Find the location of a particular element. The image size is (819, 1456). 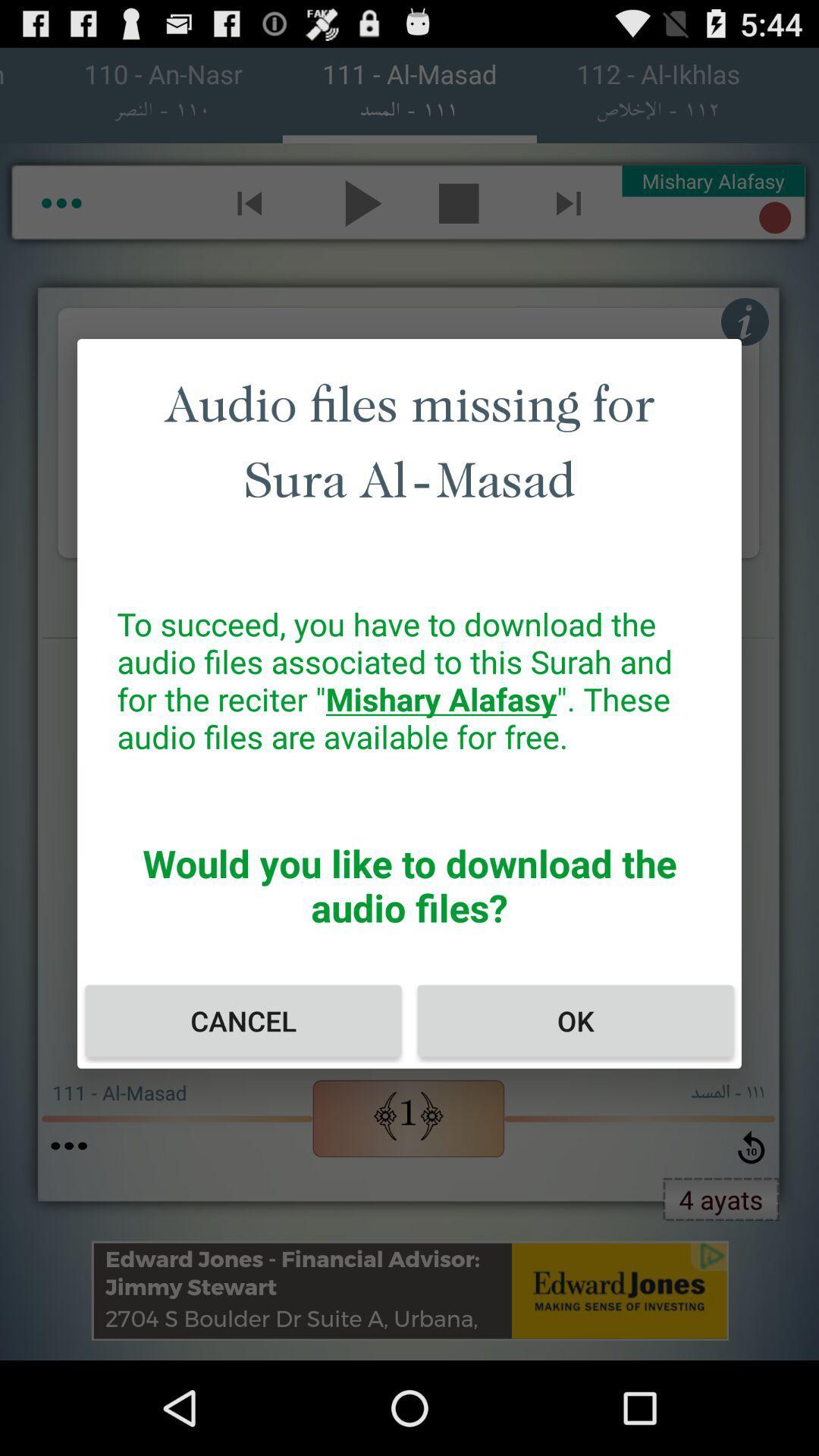

icon to the right of the cancel item is located at coordinates (576, 1021).